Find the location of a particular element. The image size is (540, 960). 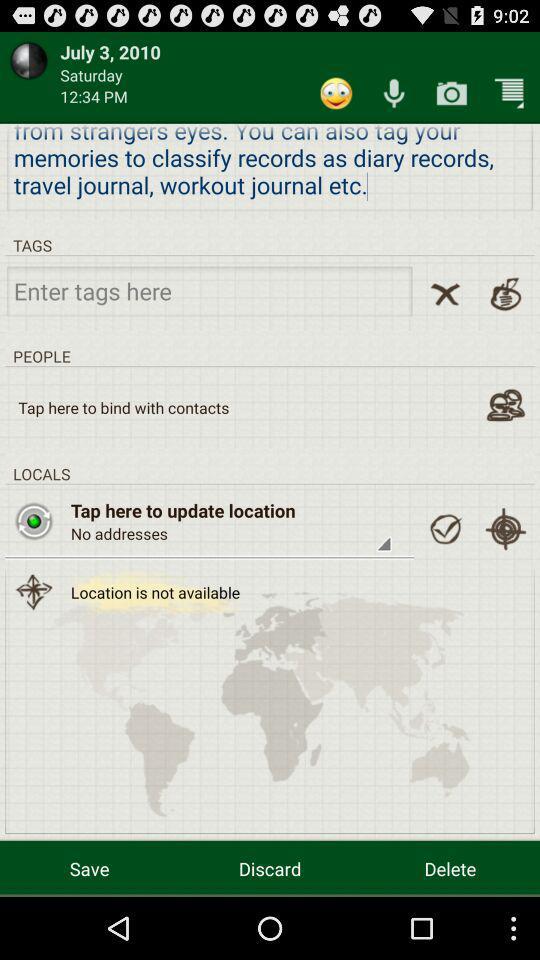

the group icon is located at coordinates (504, 433).